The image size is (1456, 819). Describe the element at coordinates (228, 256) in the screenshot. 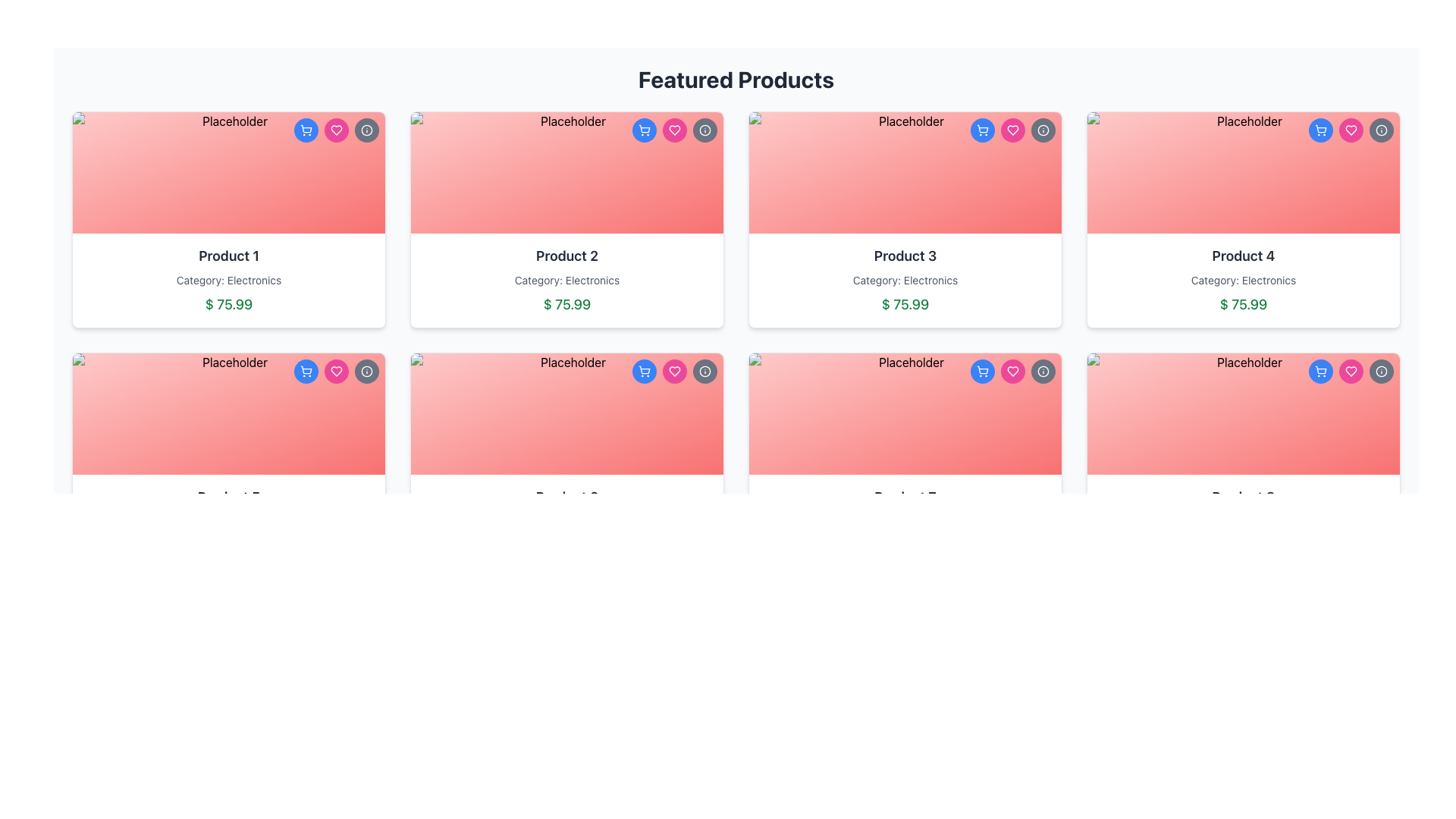

I see `text content of the product title label located above the 'Category: Electronics' label in the product card layout` at that location.